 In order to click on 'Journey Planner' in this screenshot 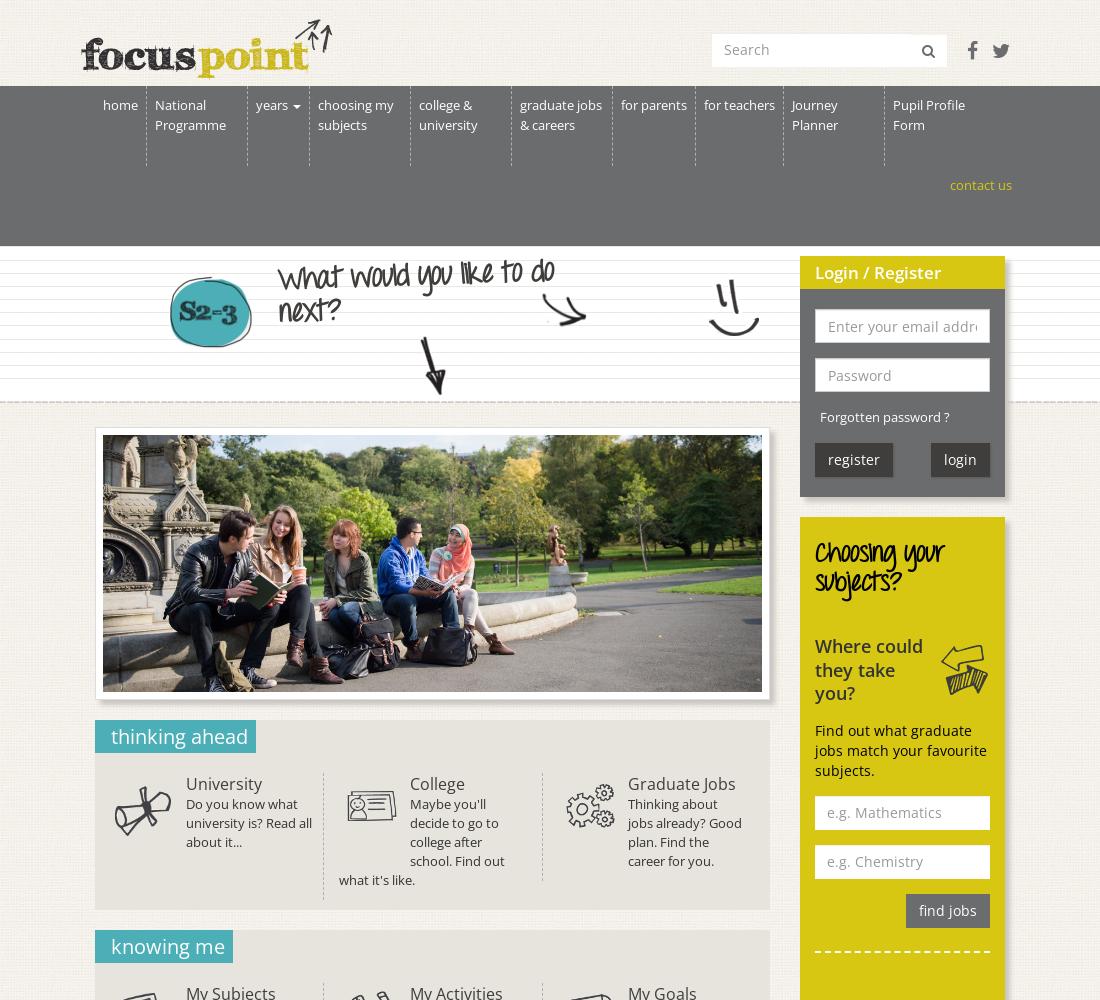, I will do `click(814, 114)`.